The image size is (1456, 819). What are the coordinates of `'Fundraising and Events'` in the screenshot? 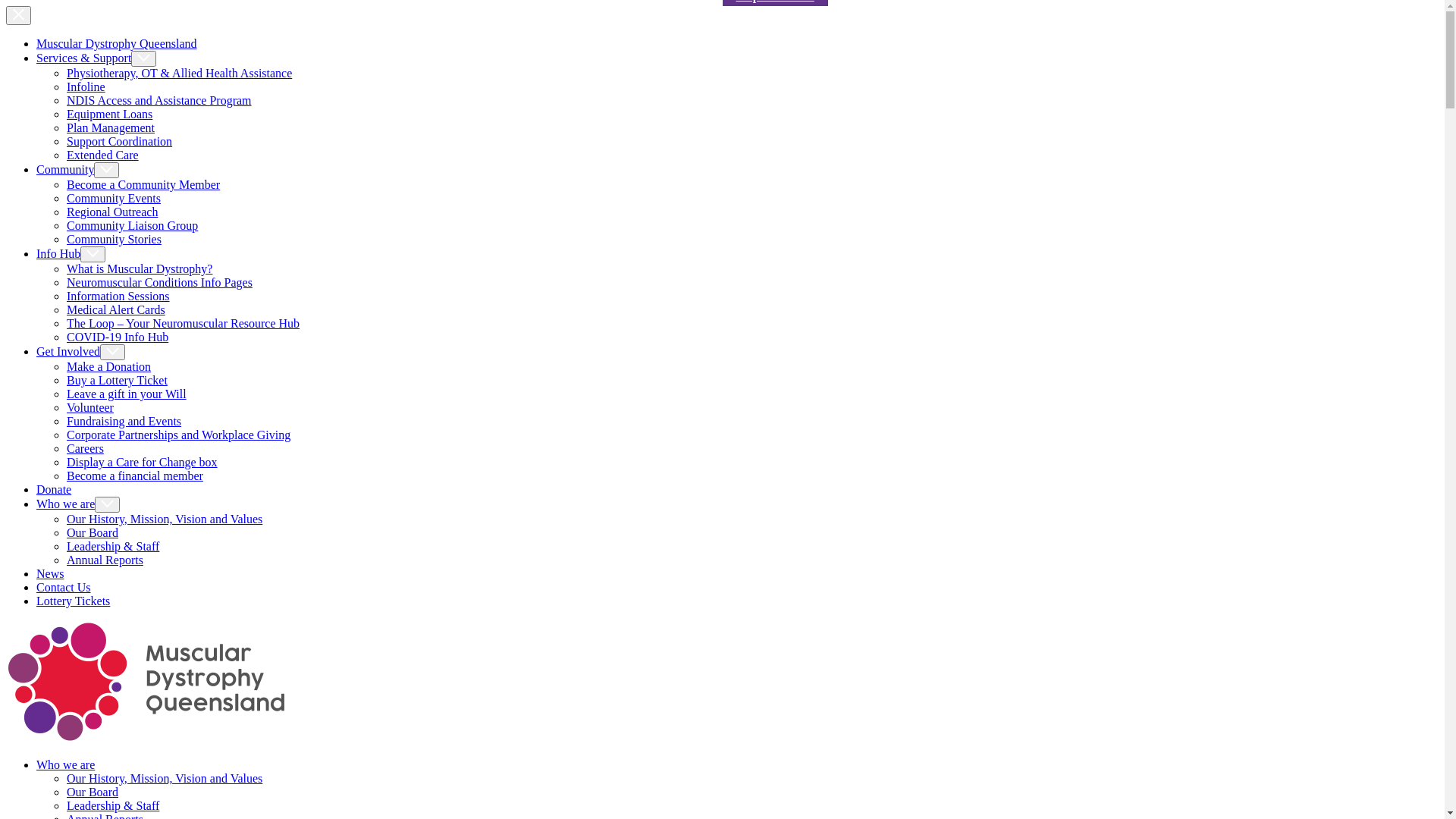 It's located at (124, 421).